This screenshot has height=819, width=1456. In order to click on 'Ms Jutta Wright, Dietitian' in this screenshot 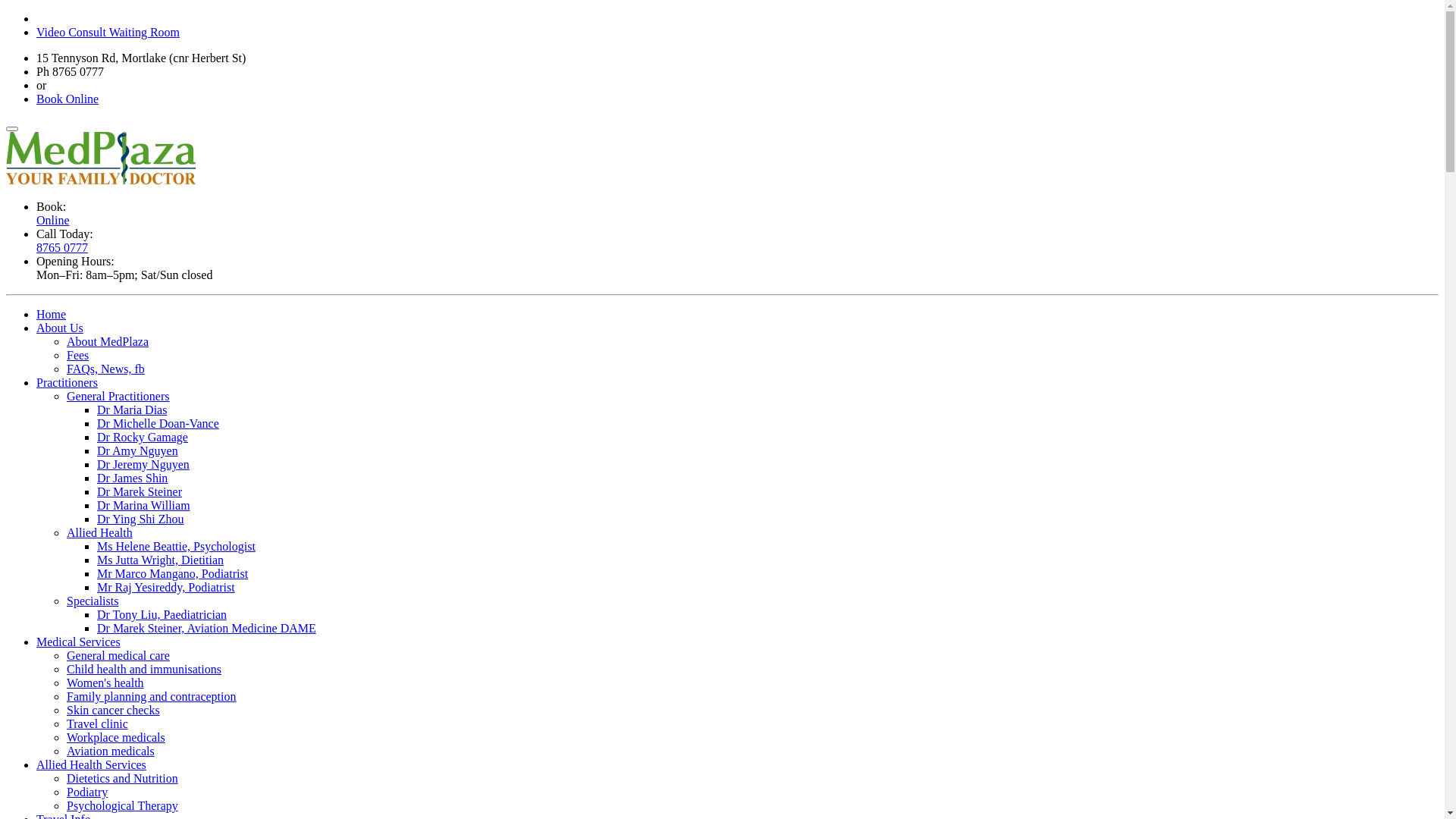, I will do `click(160, 560)`.